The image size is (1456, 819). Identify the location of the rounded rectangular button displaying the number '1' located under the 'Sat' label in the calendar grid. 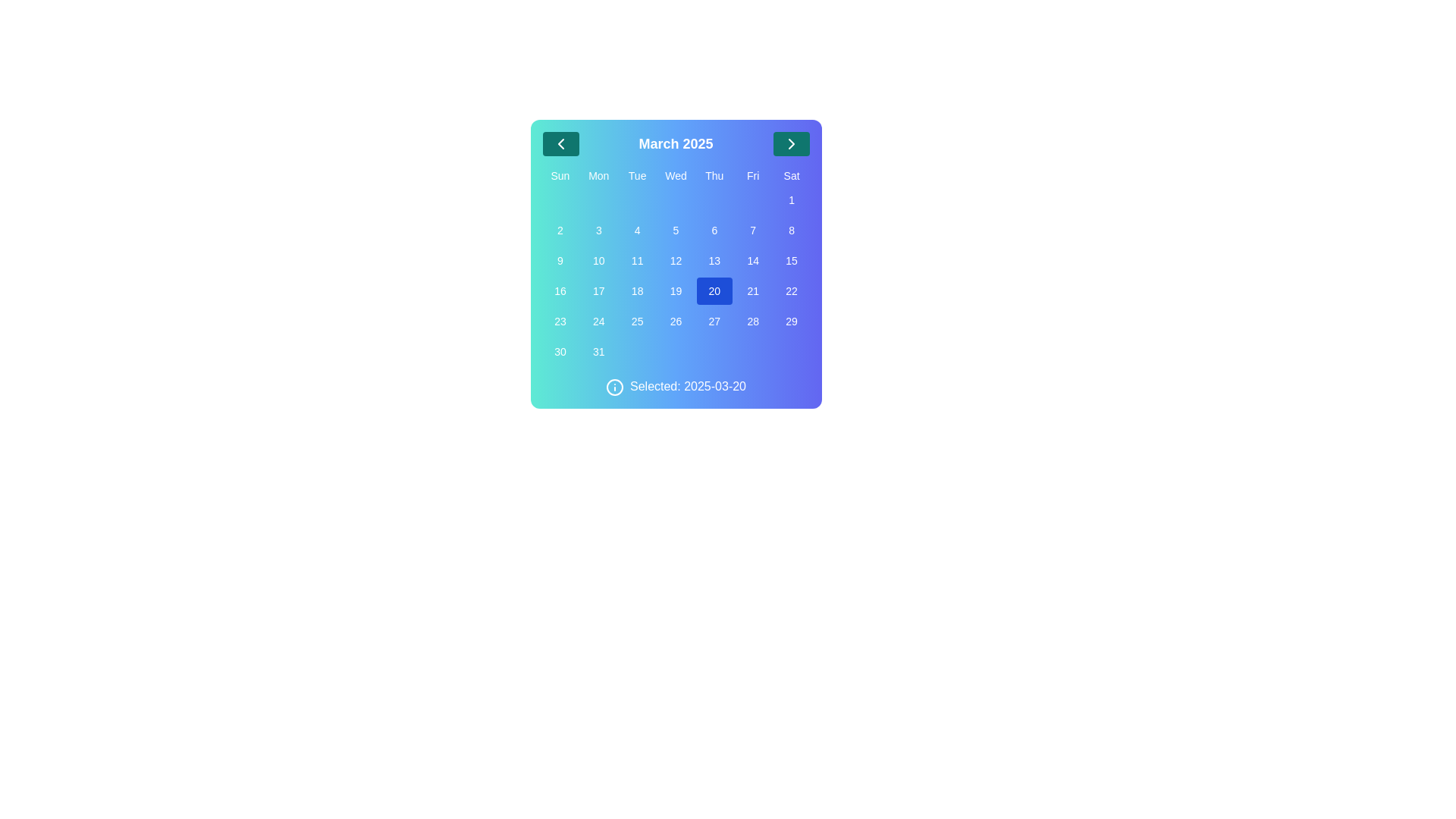
(791, 199).